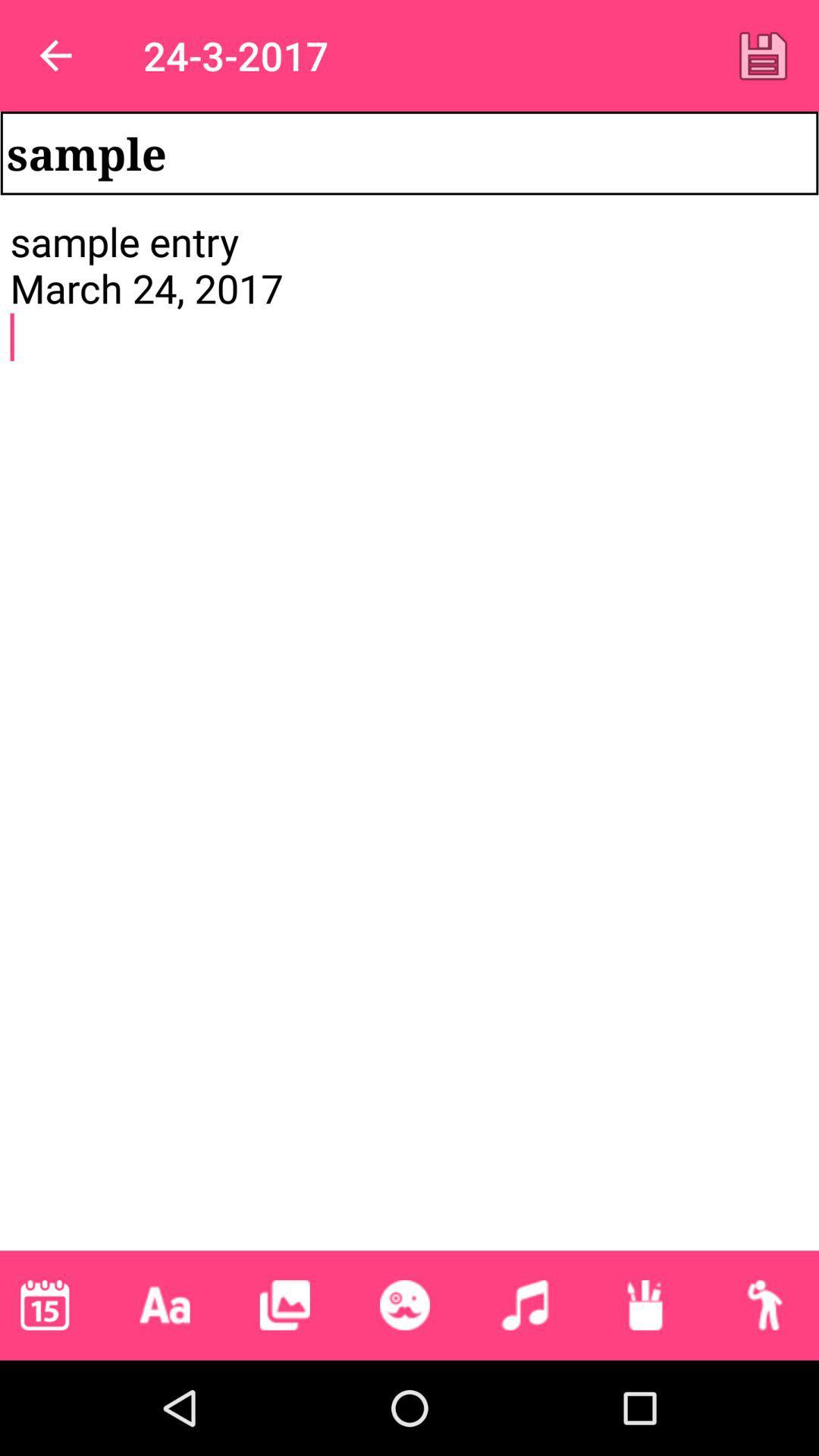 Image resolution: width=819 pixels, height=1456 pixels. What do you see at coordinates (645, 1304) in the screenshot?
I see `the icon below sample entry march` at bounding box center [645, 1304].